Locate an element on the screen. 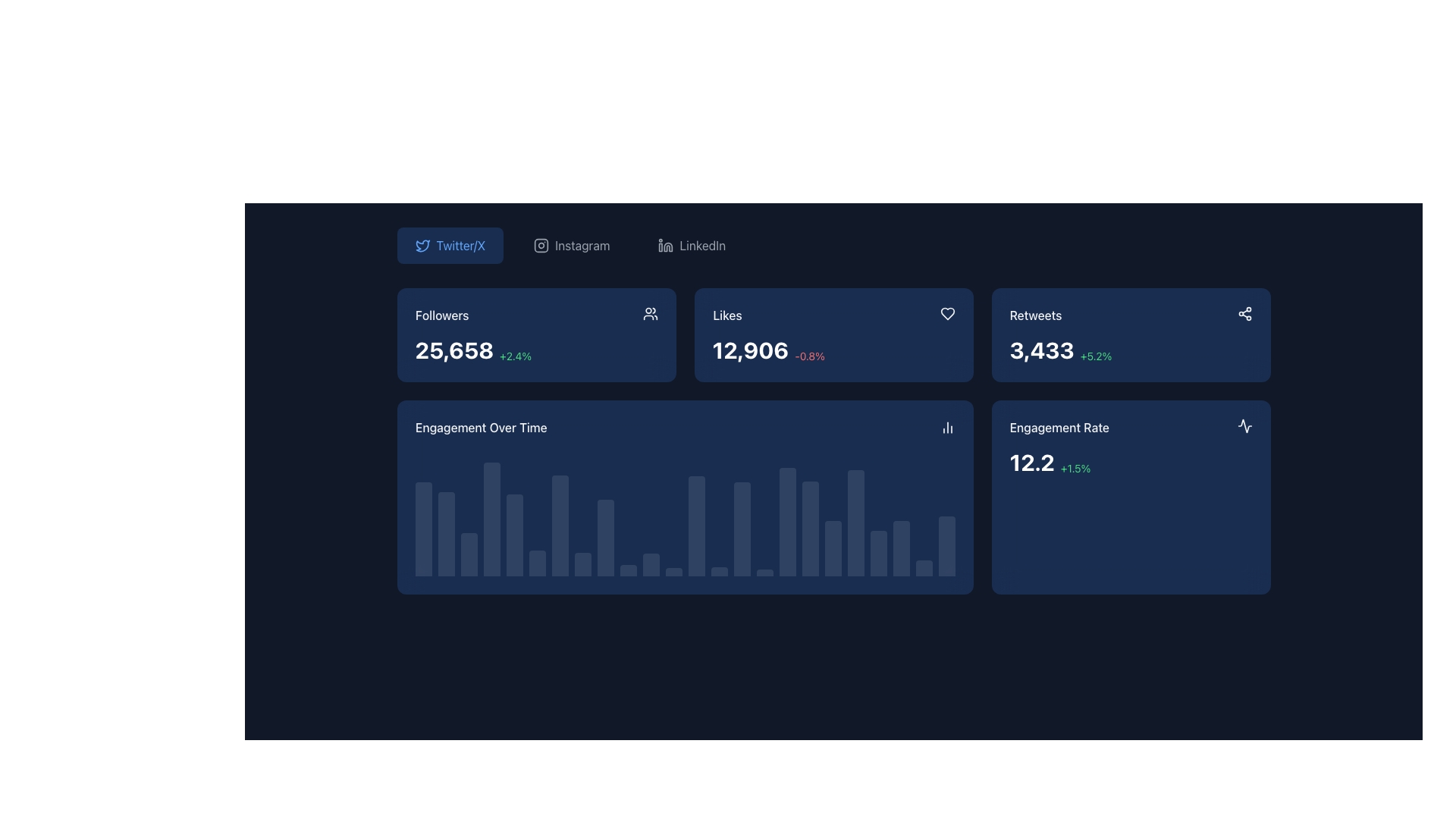 The image size is (1456, 819). the Metric display showing the number '25,646' and the percentage '+2.4%' located in the lower portion of the 'Followers' panel is located at coordinates (536, 350).